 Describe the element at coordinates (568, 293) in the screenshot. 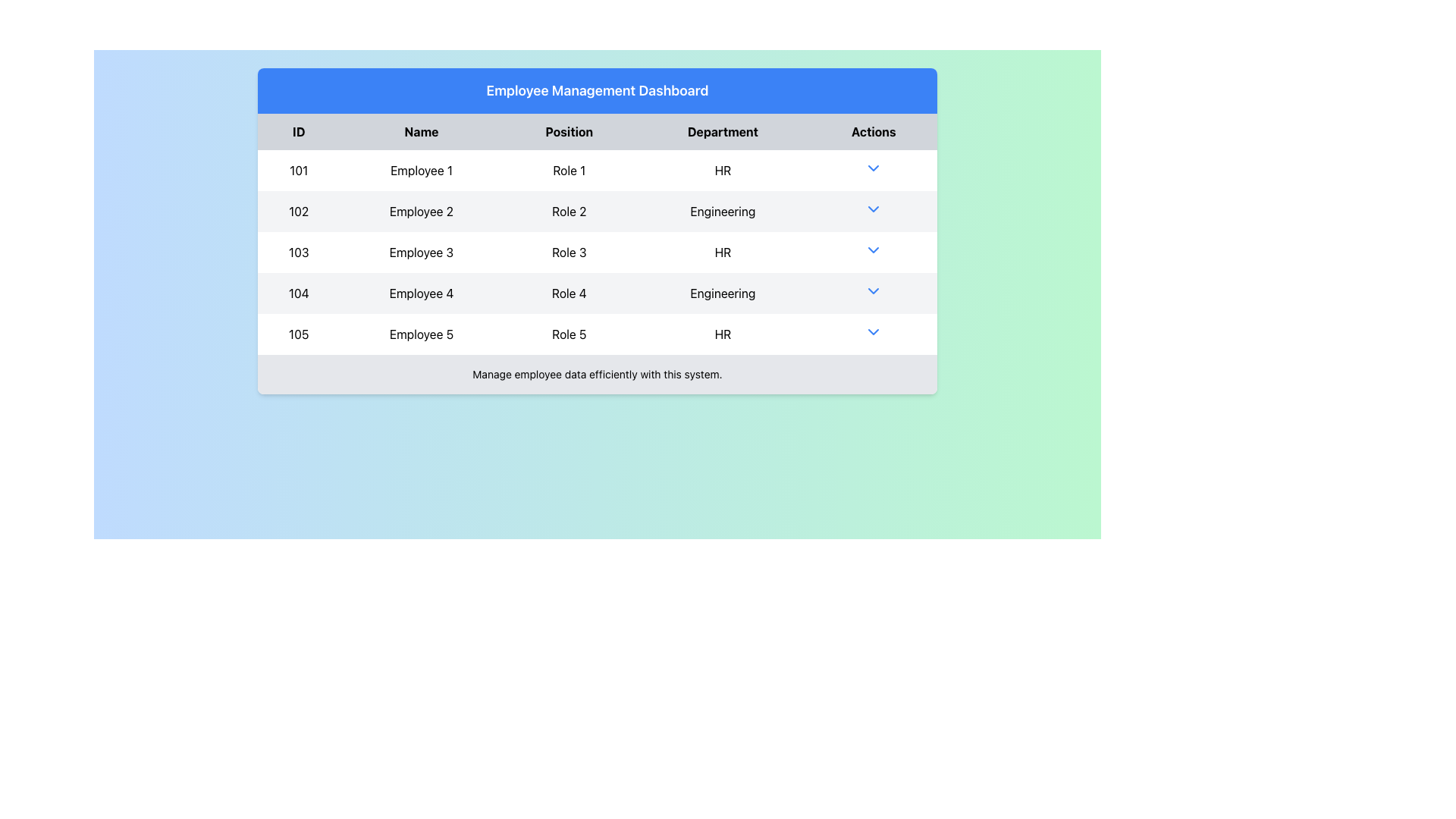

I see `the static text label displaying 'Role 4' located in the 'Position' column of the table row for 'Employee 4'` at that location.